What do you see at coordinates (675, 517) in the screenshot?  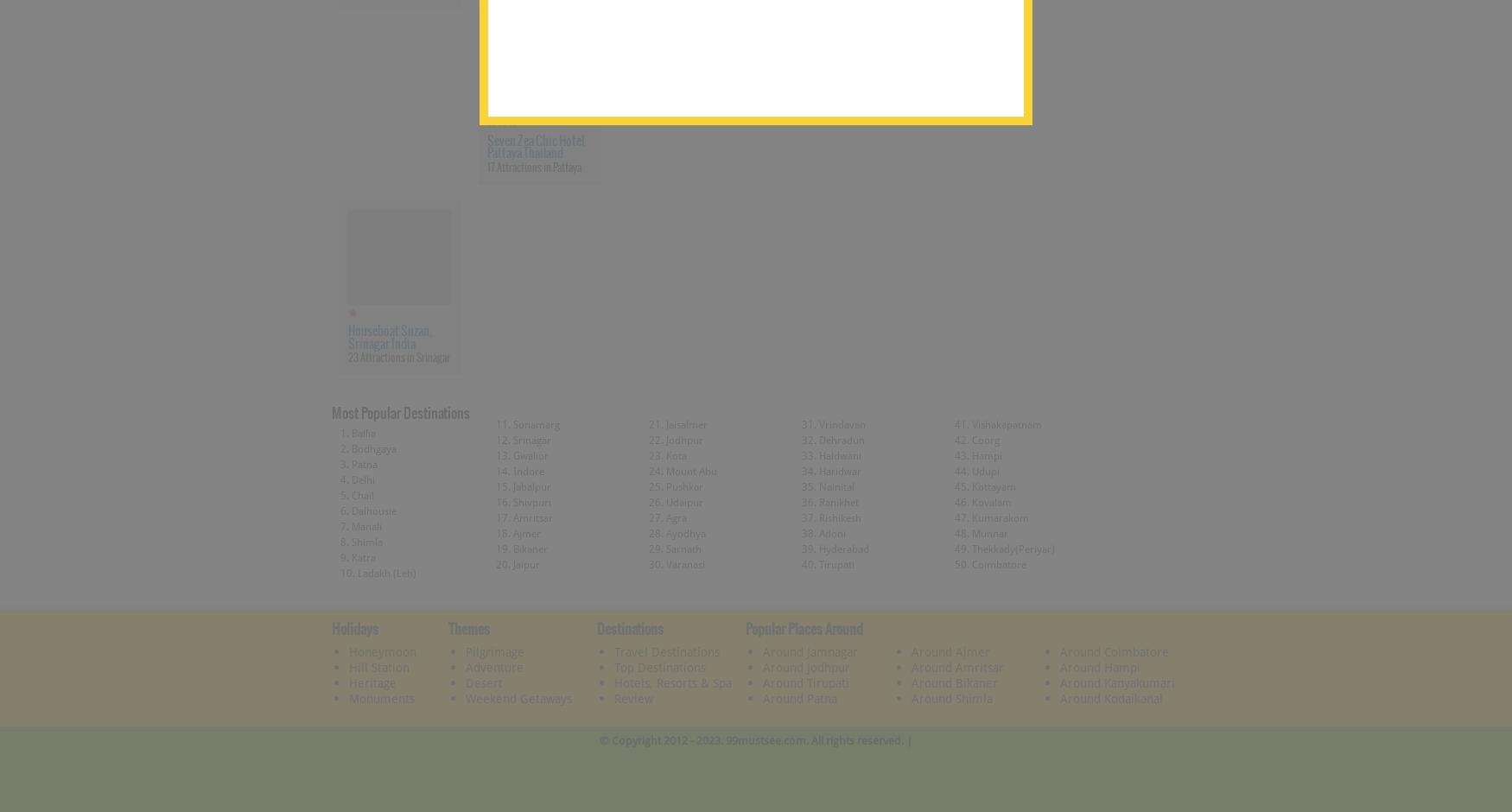 I see `'Agra'` at bounding box center [675, 517].